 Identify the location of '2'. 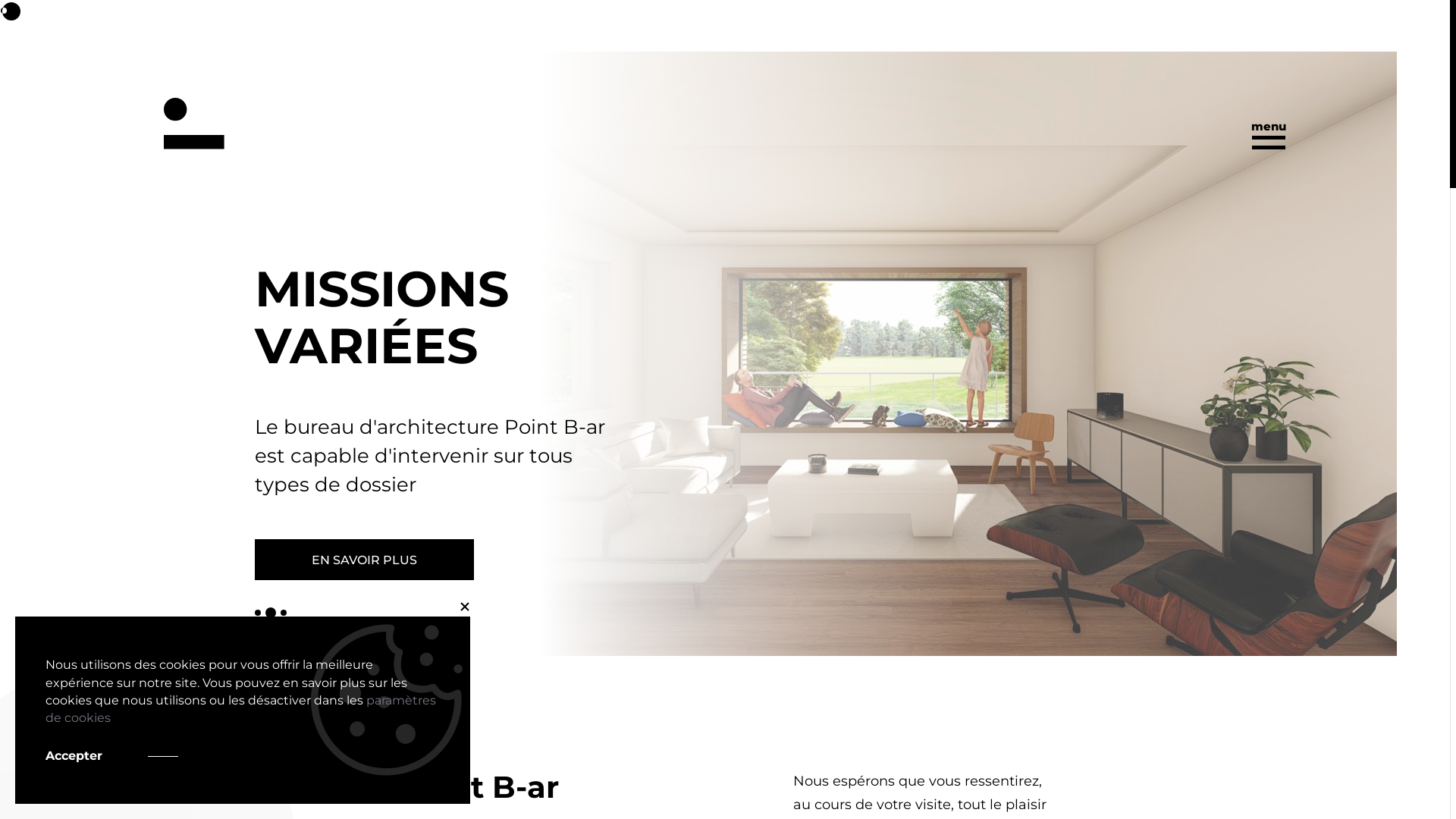
(265, 611).